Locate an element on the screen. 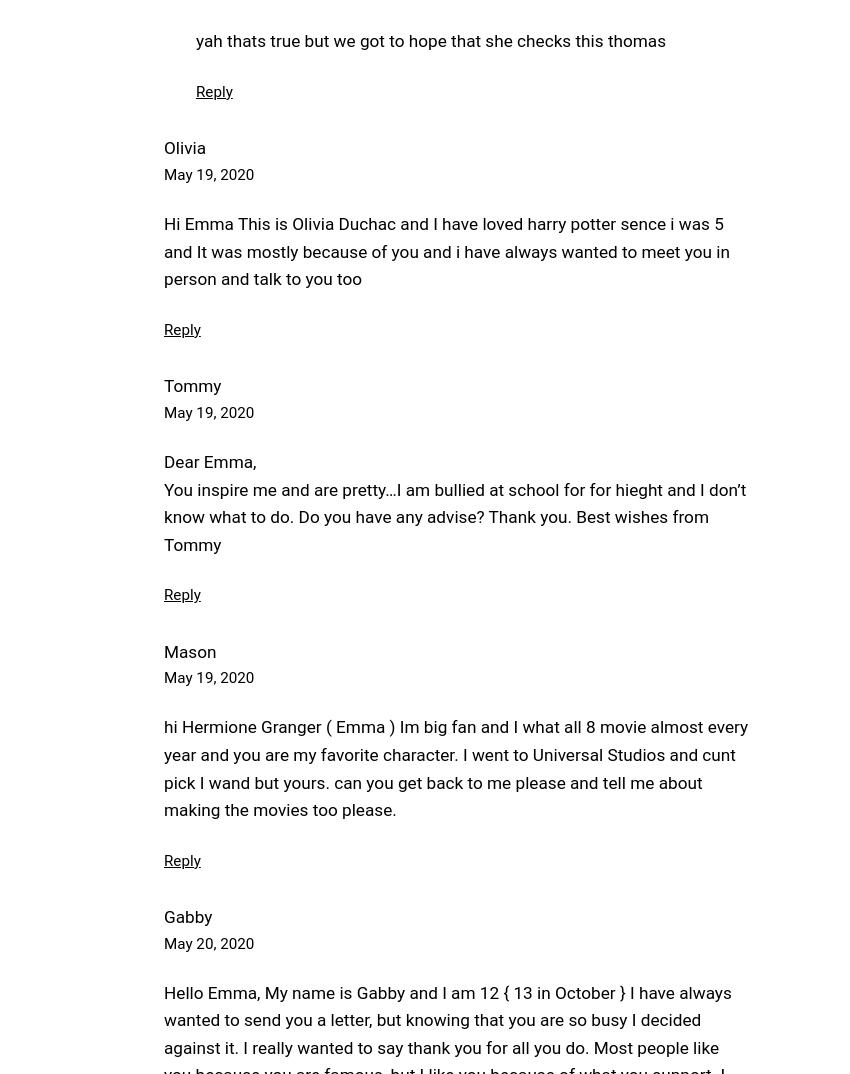  'yah thats true but we got to hope that she checks this thomas' is located at coordinates (430, 40).